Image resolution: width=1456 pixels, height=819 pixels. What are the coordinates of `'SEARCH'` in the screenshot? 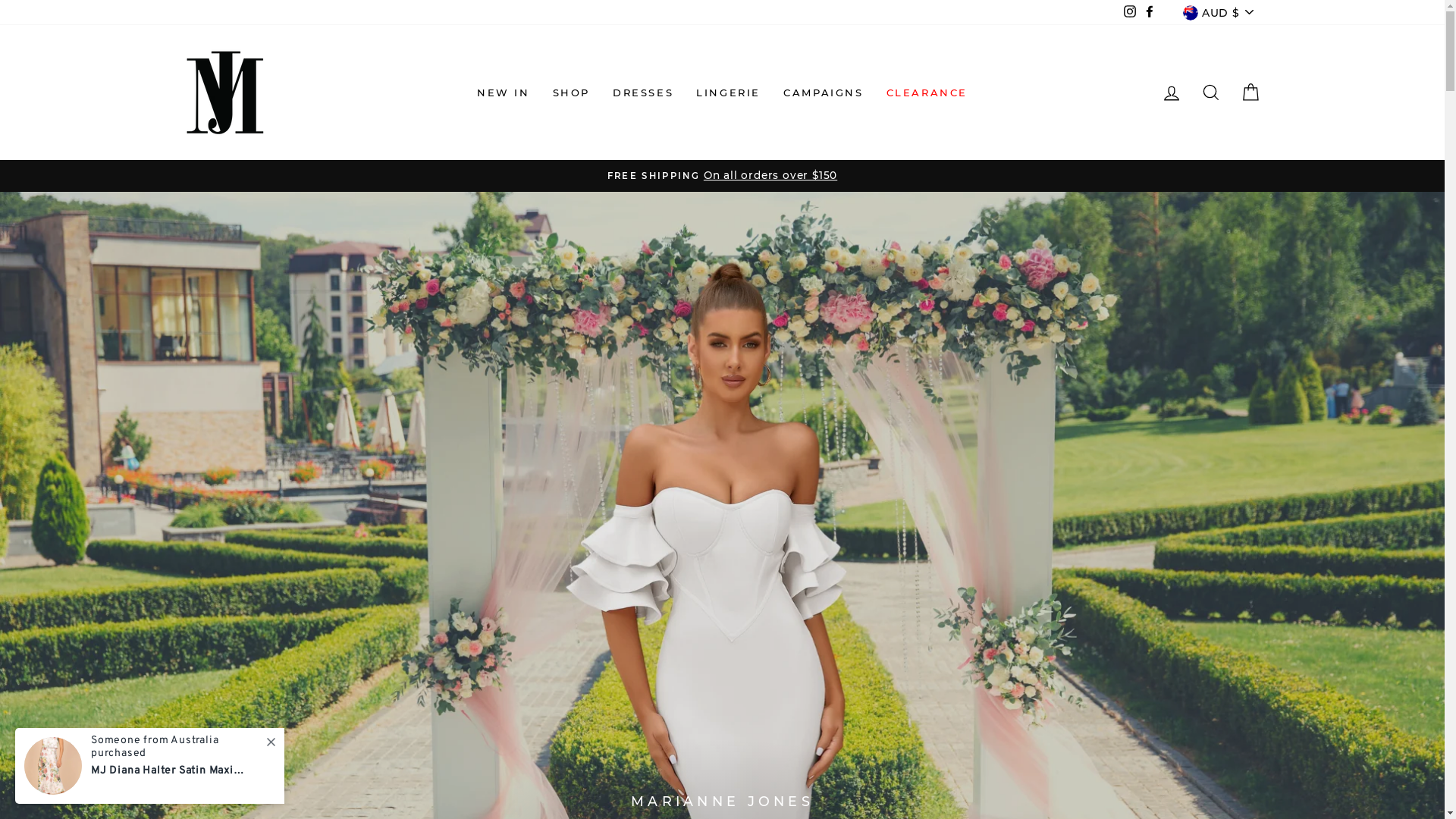 It's located at (1210, 93).